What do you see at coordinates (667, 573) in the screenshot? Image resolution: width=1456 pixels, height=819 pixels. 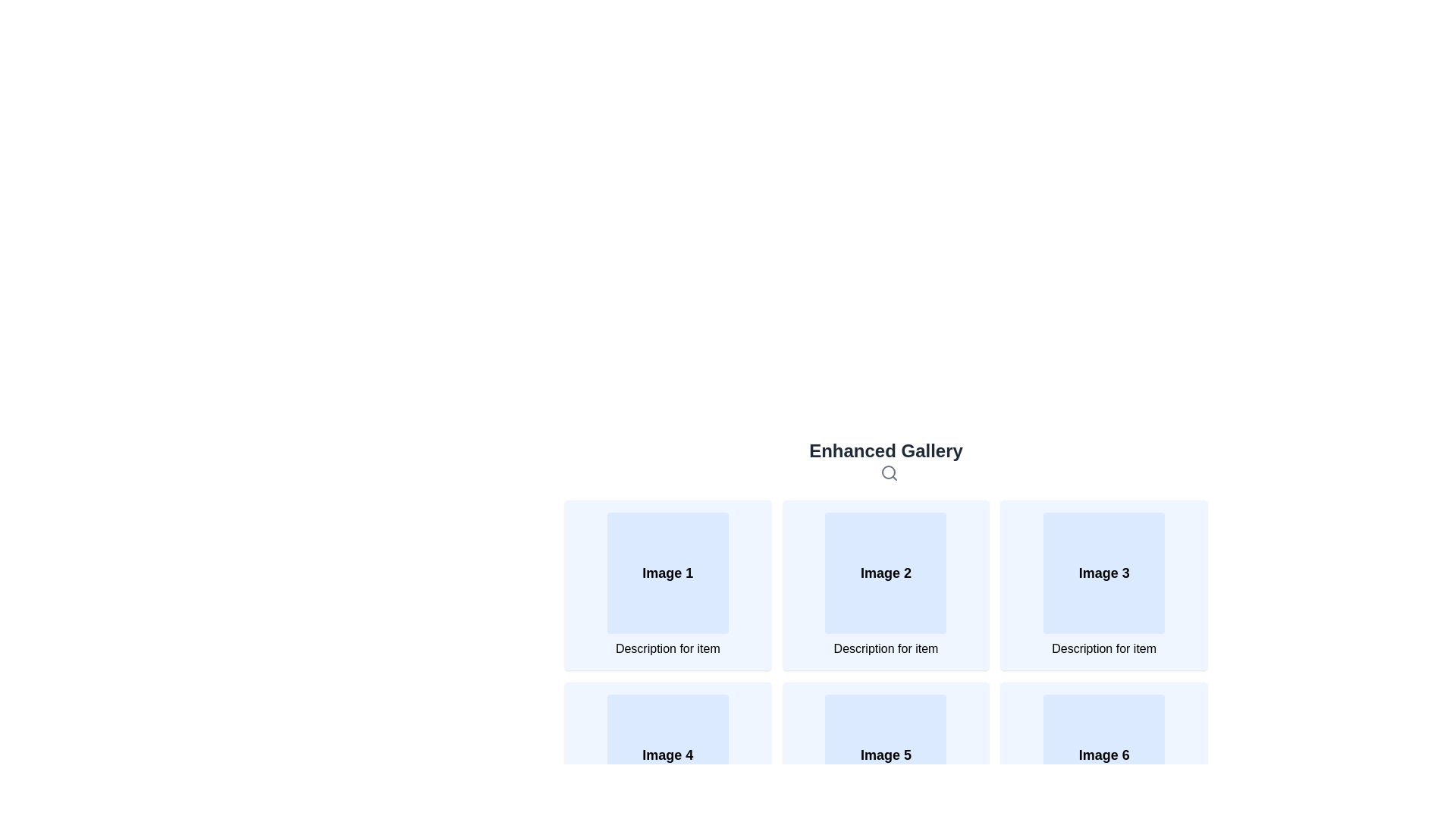 I see `text of the Text label located in the first card of the first row under the 'Enhanced Gallery' header` at bounding box center [667, 573].